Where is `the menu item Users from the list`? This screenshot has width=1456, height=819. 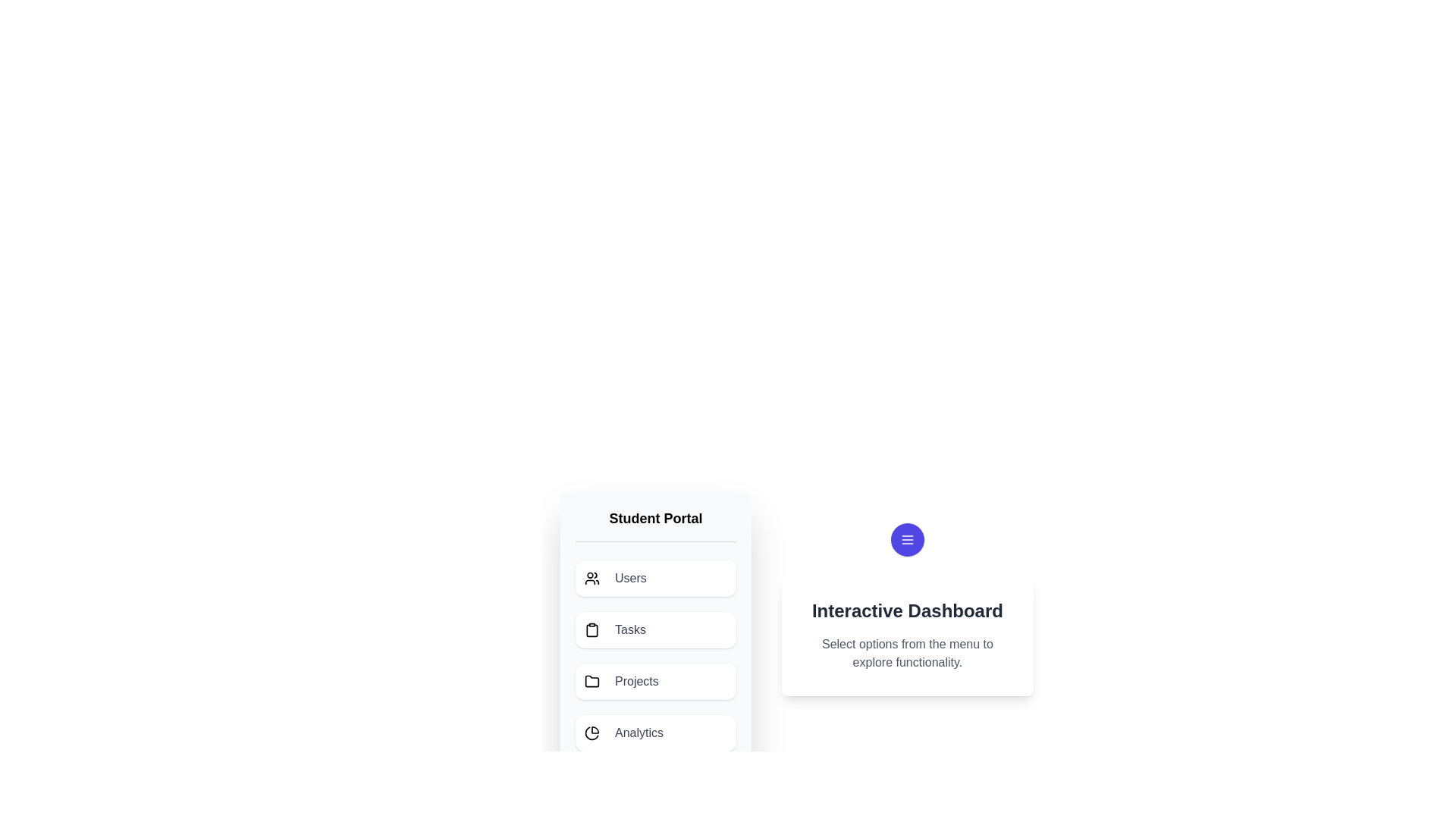
the menu item Users from the list is located at coordinates (655, 579).